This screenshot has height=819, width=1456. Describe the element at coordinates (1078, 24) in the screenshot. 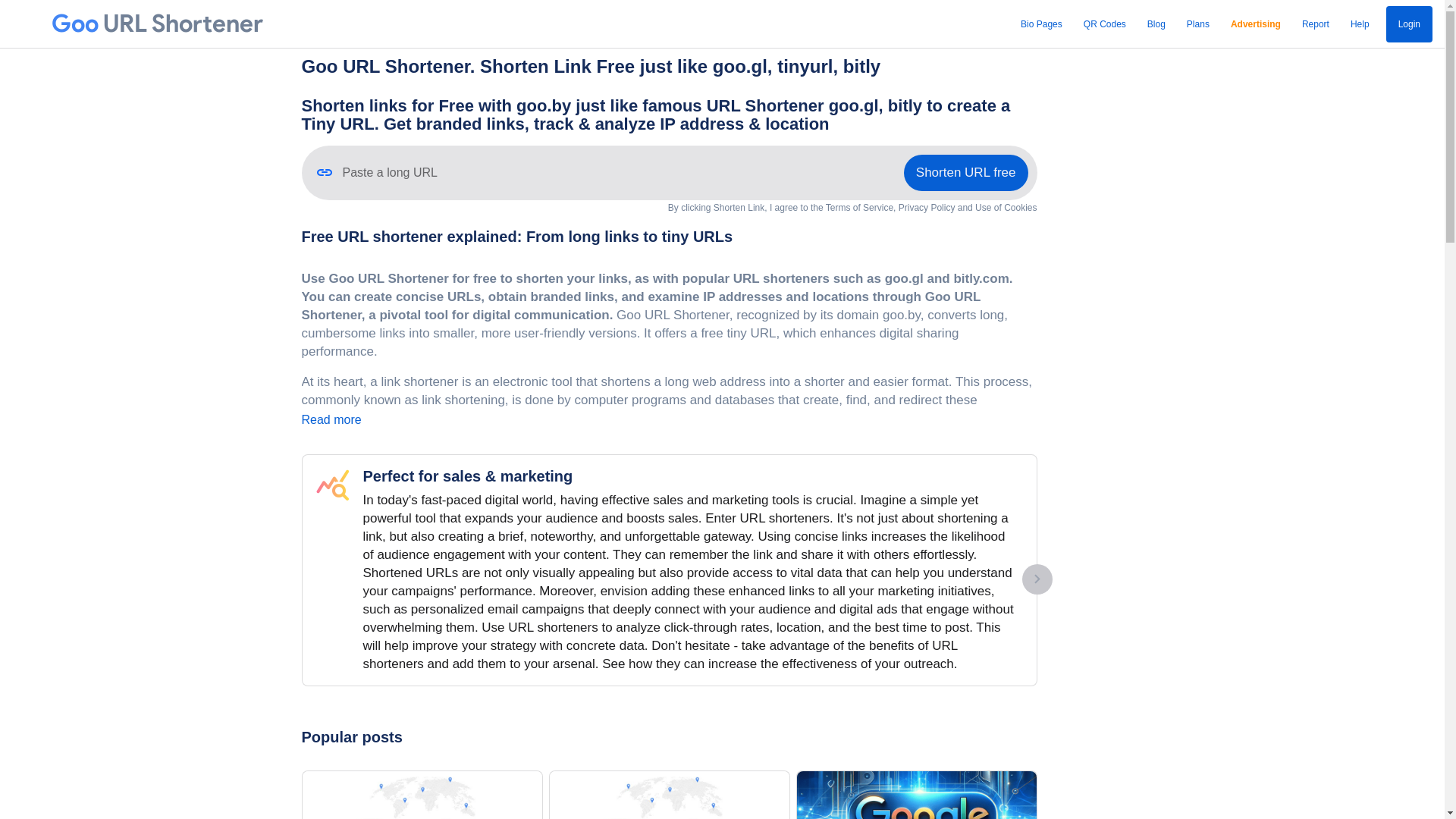

I see `'QR Codes'` at that location.